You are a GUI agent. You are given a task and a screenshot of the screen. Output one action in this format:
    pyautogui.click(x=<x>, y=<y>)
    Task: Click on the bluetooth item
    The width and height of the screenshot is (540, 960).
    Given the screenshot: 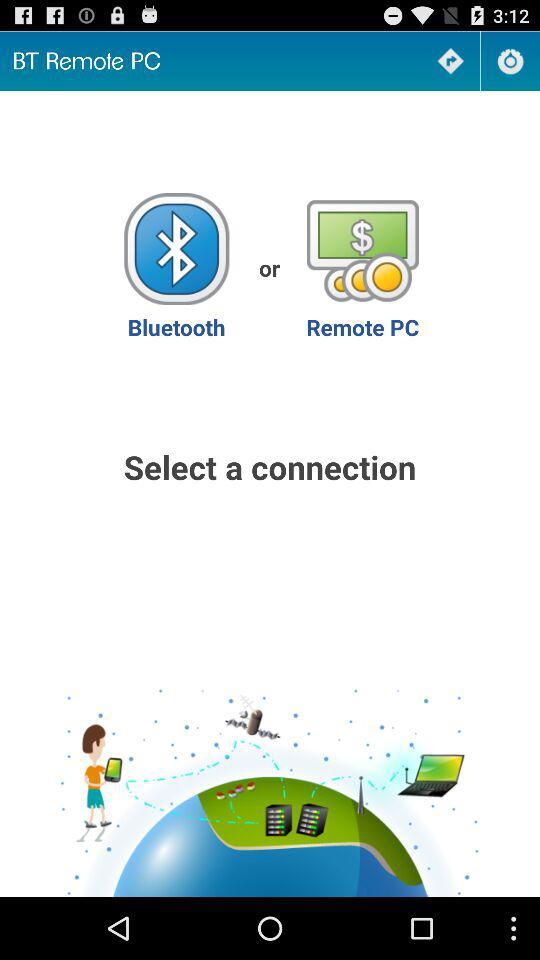 What is the action you would take?
    pyautogui.click(x=176, y=266)
    